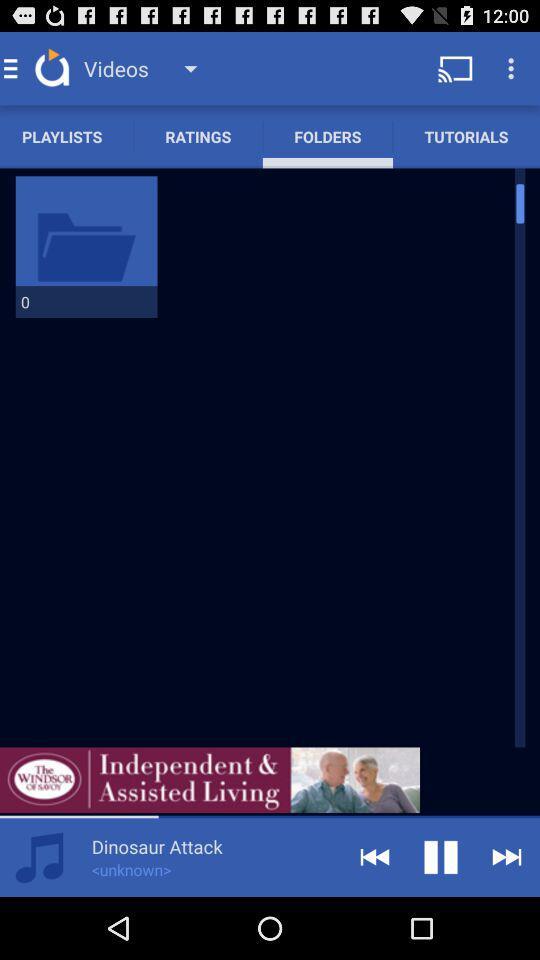 This screenshot has height=960, width=540. I want to click on the av_rewind icon, so click(374, 917).